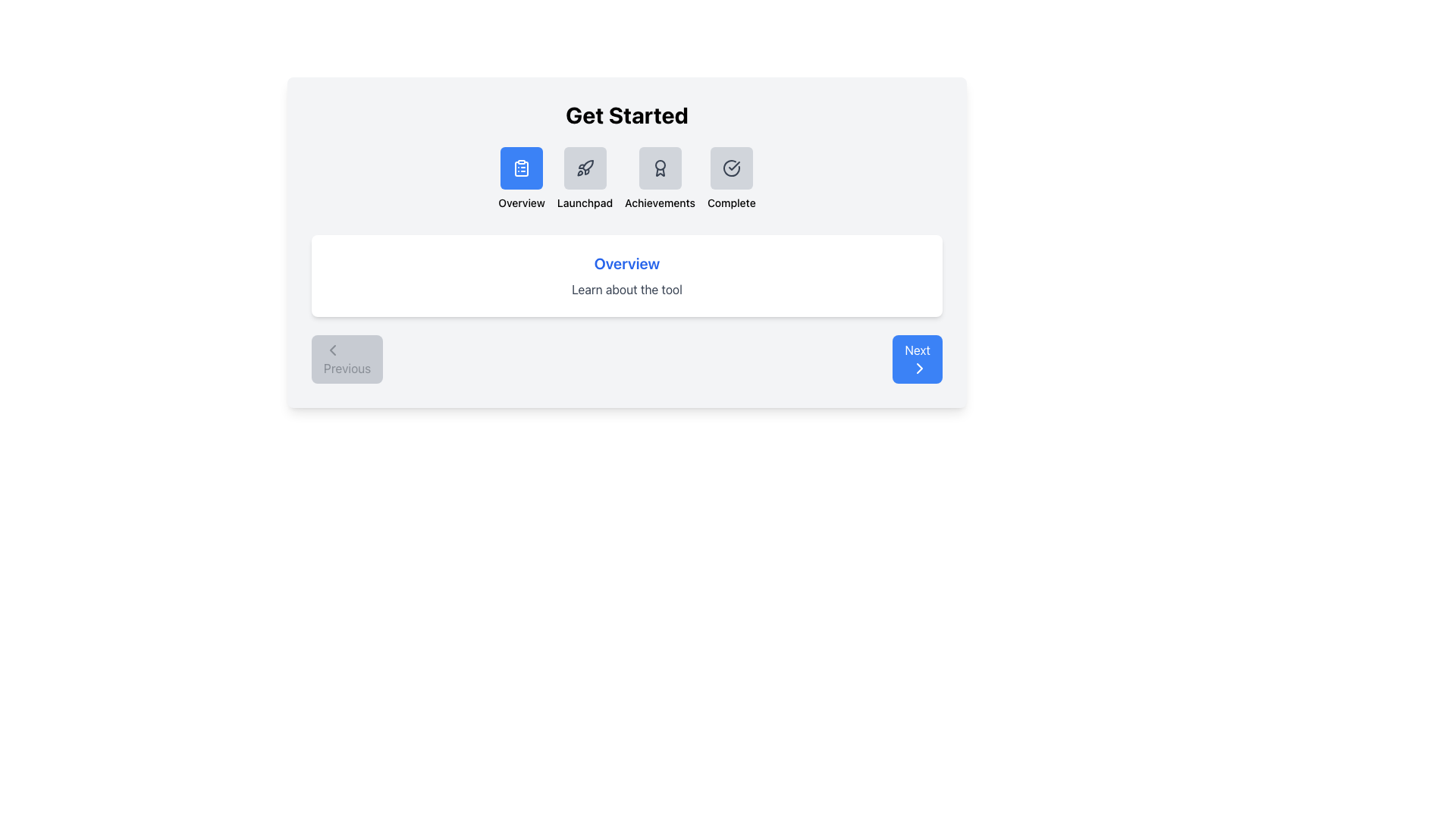 The image size is (1456, 819). What do you see at coordinates (919, 369) in the screenshot?
I see `the 'Next' button which contains a right-pointing chevron arrow icon styled with a defined outline, located at the bottom-right corner of the interface` at bounding box center [919, 369].